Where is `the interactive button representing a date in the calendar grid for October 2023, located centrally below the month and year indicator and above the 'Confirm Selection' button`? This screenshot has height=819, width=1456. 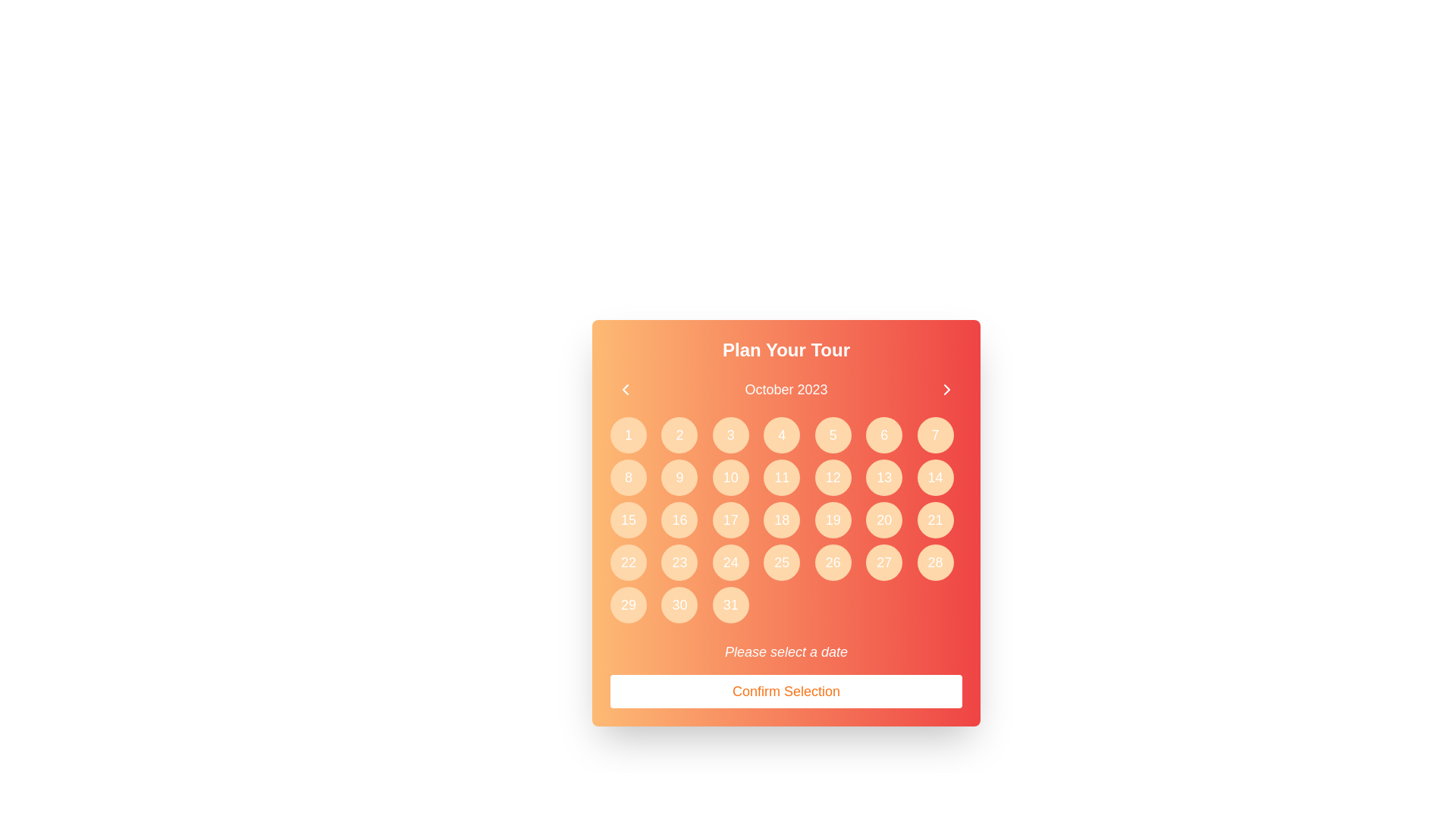
the interactive button representing a date in the calendar grid for October 2023, located centrally below the month and year indicator and above the 'Confirm Selection' button is located at coordinates (786, 519).